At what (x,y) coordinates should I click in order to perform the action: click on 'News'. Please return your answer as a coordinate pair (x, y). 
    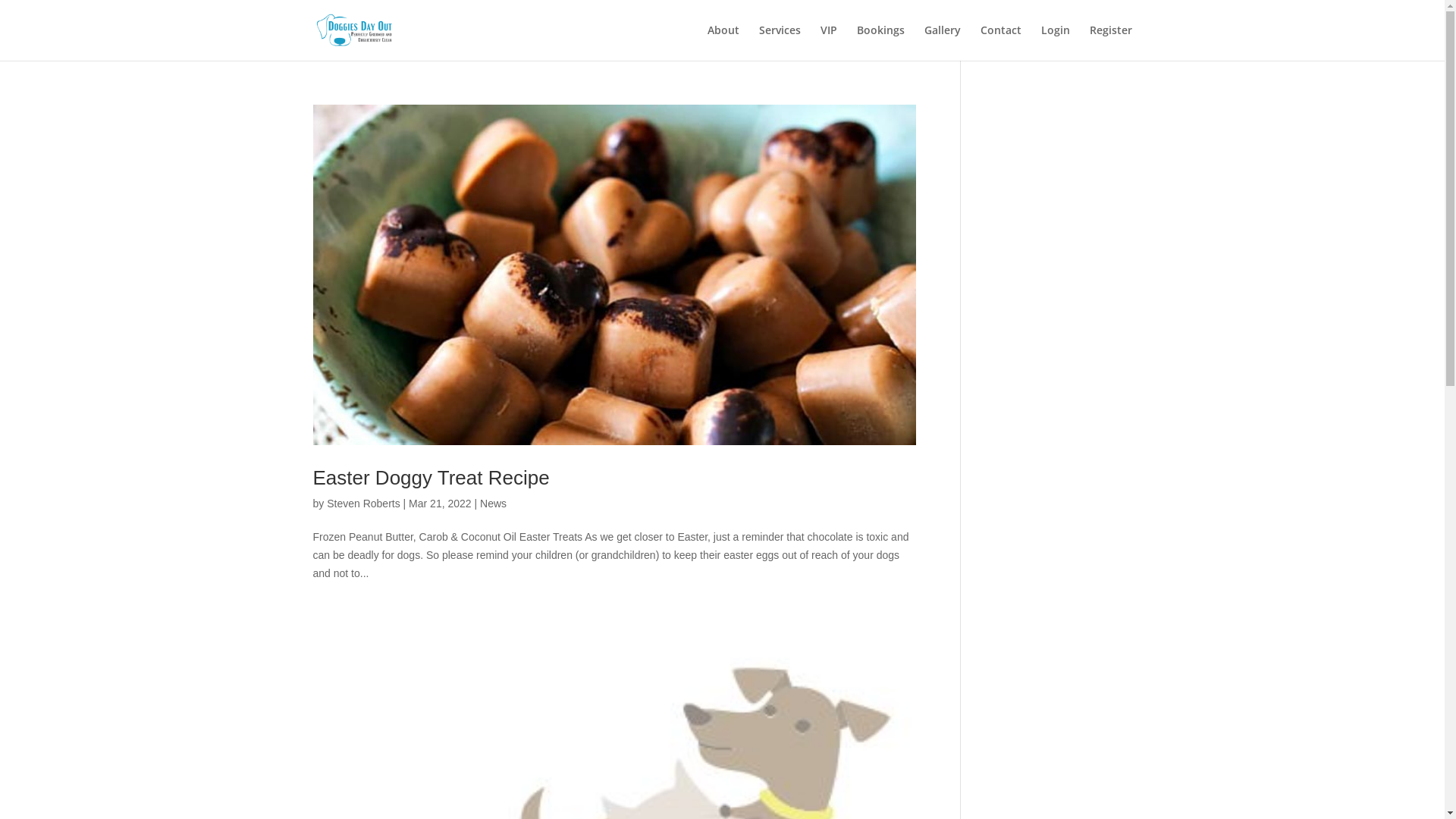
    Looking at the image, I should click on (493, 503).